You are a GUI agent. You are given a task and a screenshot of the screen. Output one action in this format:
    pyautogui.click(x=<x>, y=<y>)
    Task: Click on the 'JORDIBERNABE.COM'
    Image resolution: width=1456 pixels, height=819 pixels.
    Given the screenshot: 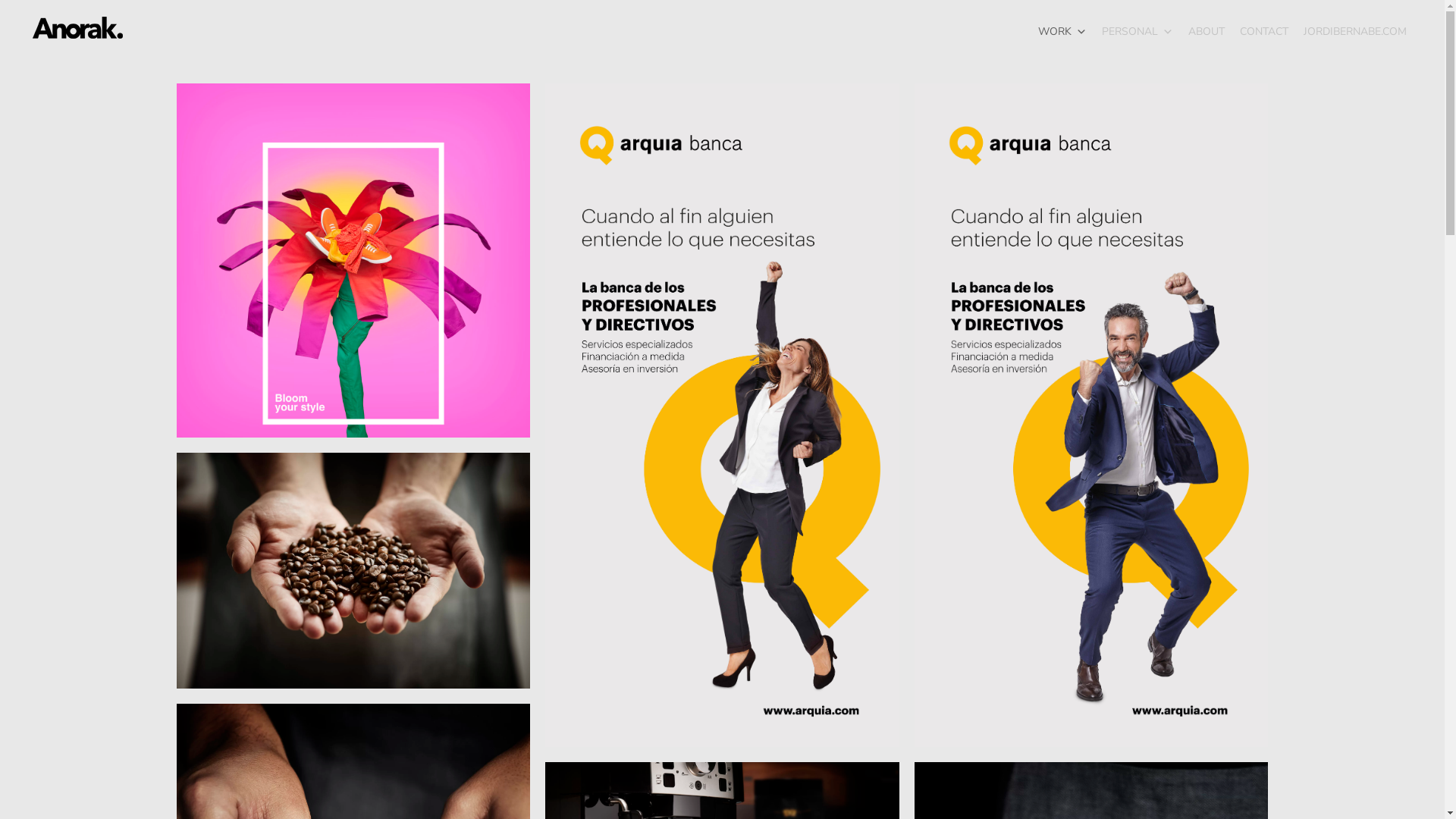 What is the action you would take?
    pyautogui.click(x=1354, y=32)
    